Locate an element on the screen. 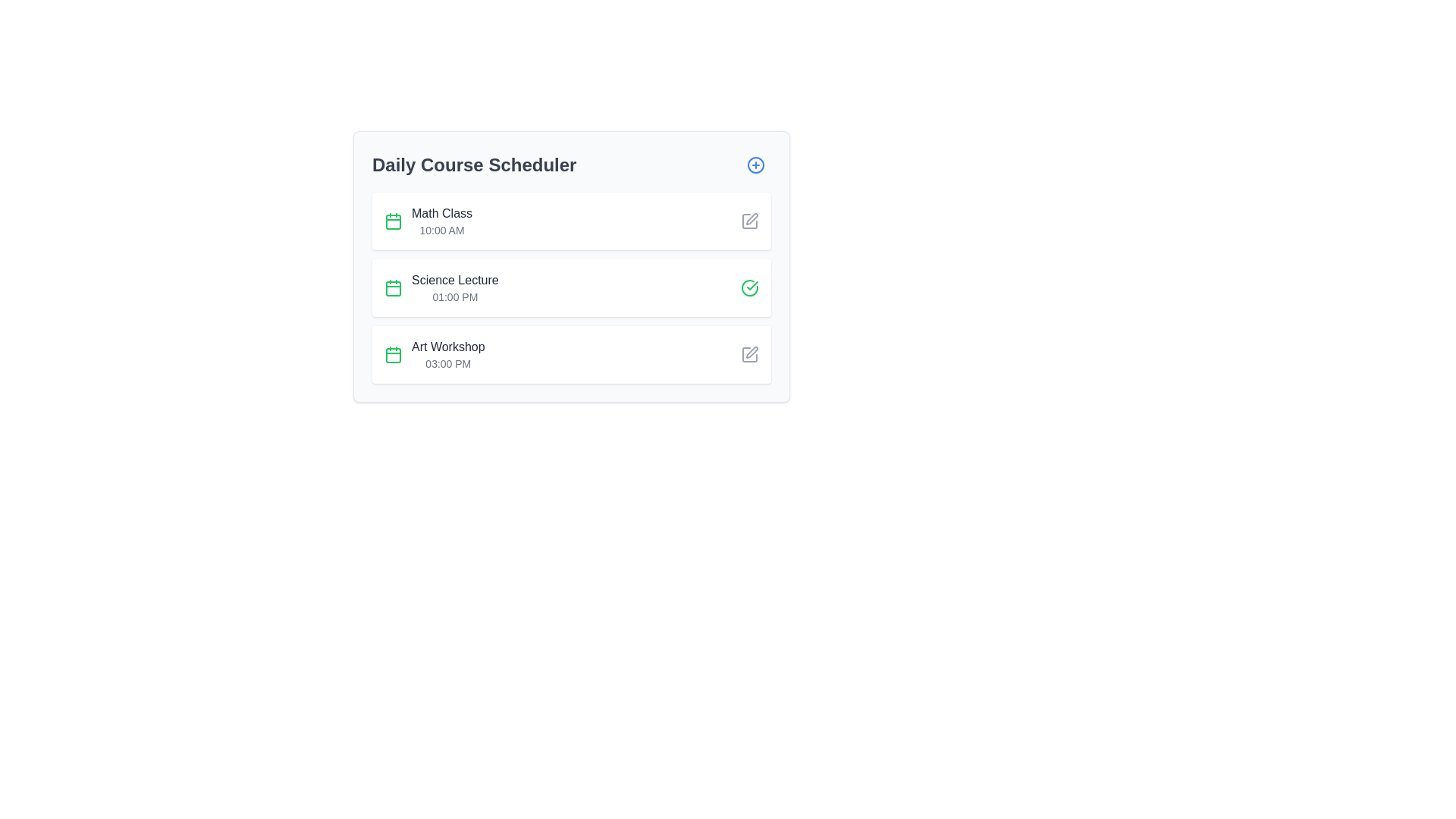 The image size is (1456, 819). the scheduled event element representing the 'Science Lecture' at '01:00 PM' in the 'Daily Course Scheduler' list, located between 'Math Class' and 'Art Workshop' is located at coordinates (441, 288).